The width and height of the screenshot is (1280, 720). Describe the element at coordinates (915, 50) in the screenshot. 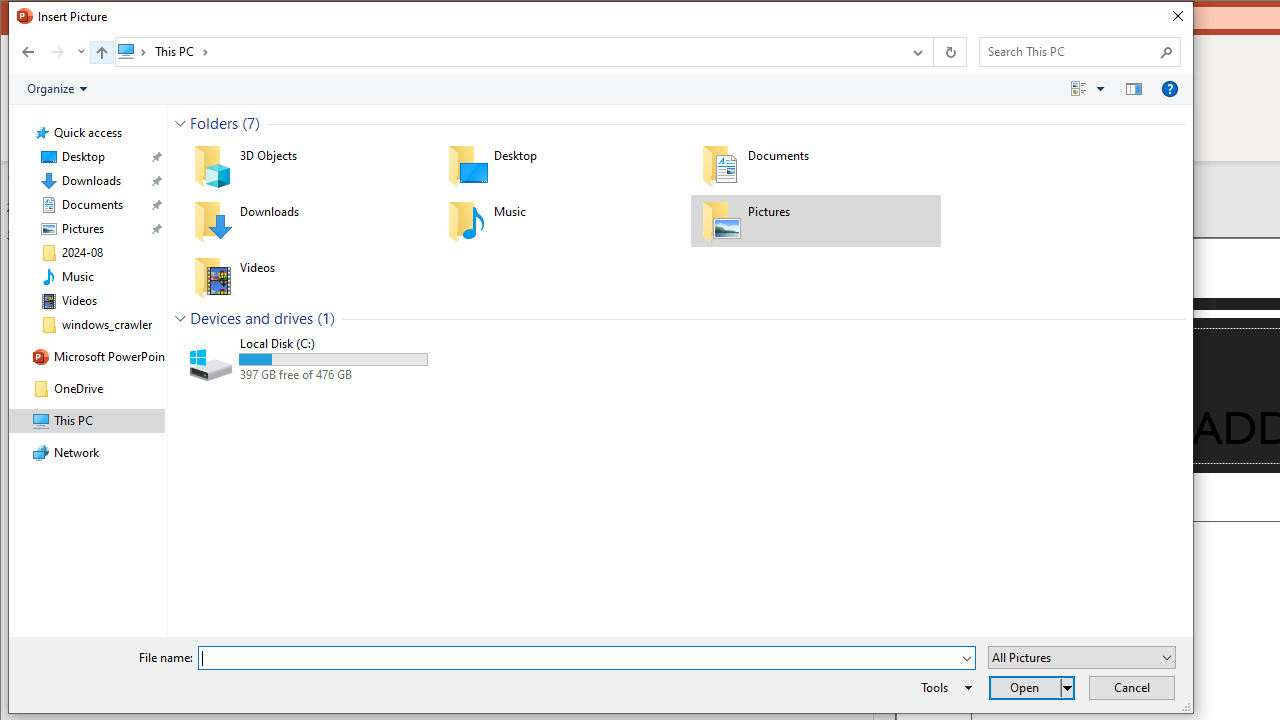

I see `'Previous Locations'` at that location.